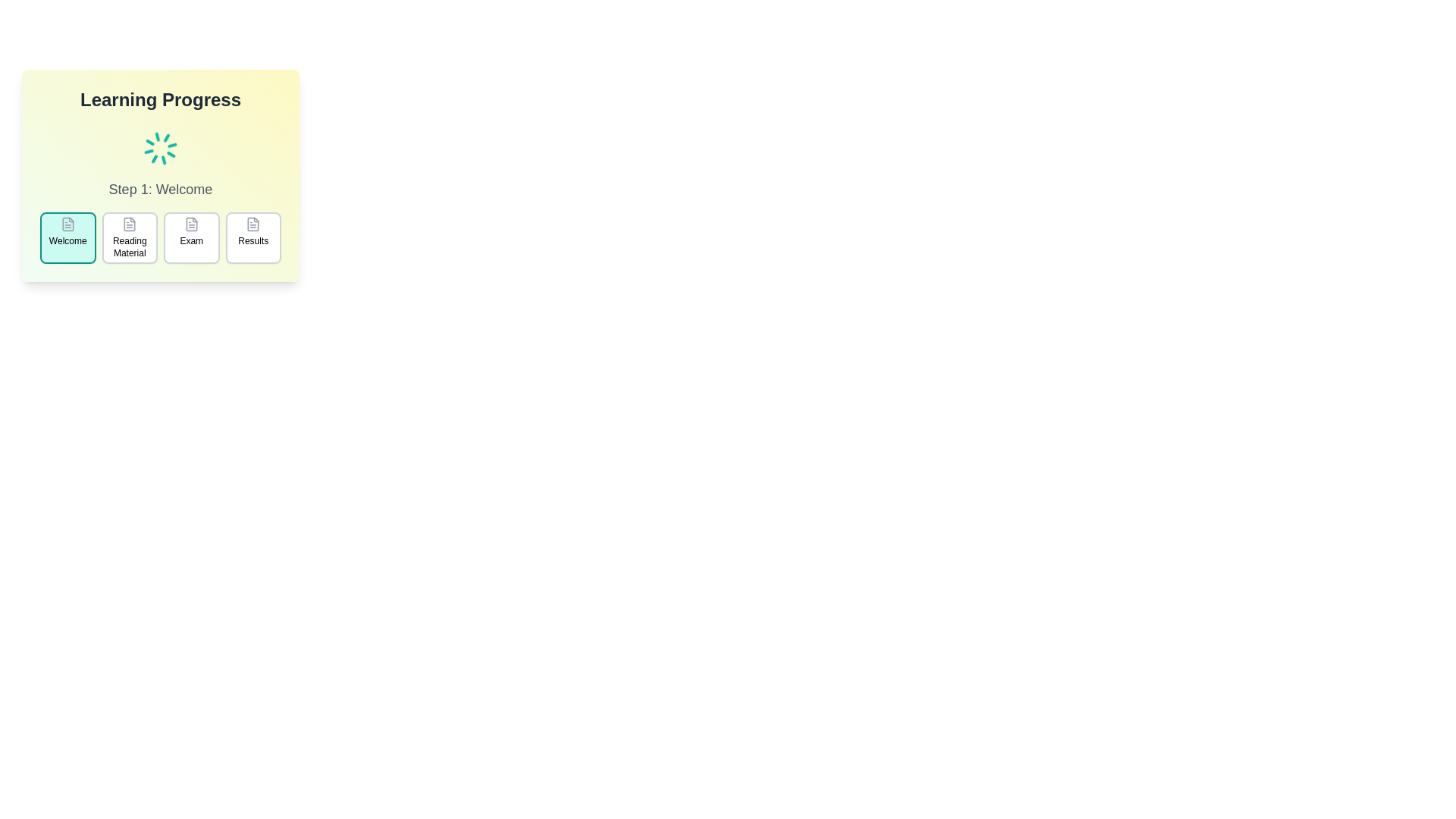 The width and height of the screenshot is (1456, 819). What do you see at coordinates (130, 246) in the screenshot?
I see `the 'Reading Material' label, which is located underneath a document icon and is the second item in a row of four buttons under the 'Learning Progress' header` at bounding box center [130, 246].